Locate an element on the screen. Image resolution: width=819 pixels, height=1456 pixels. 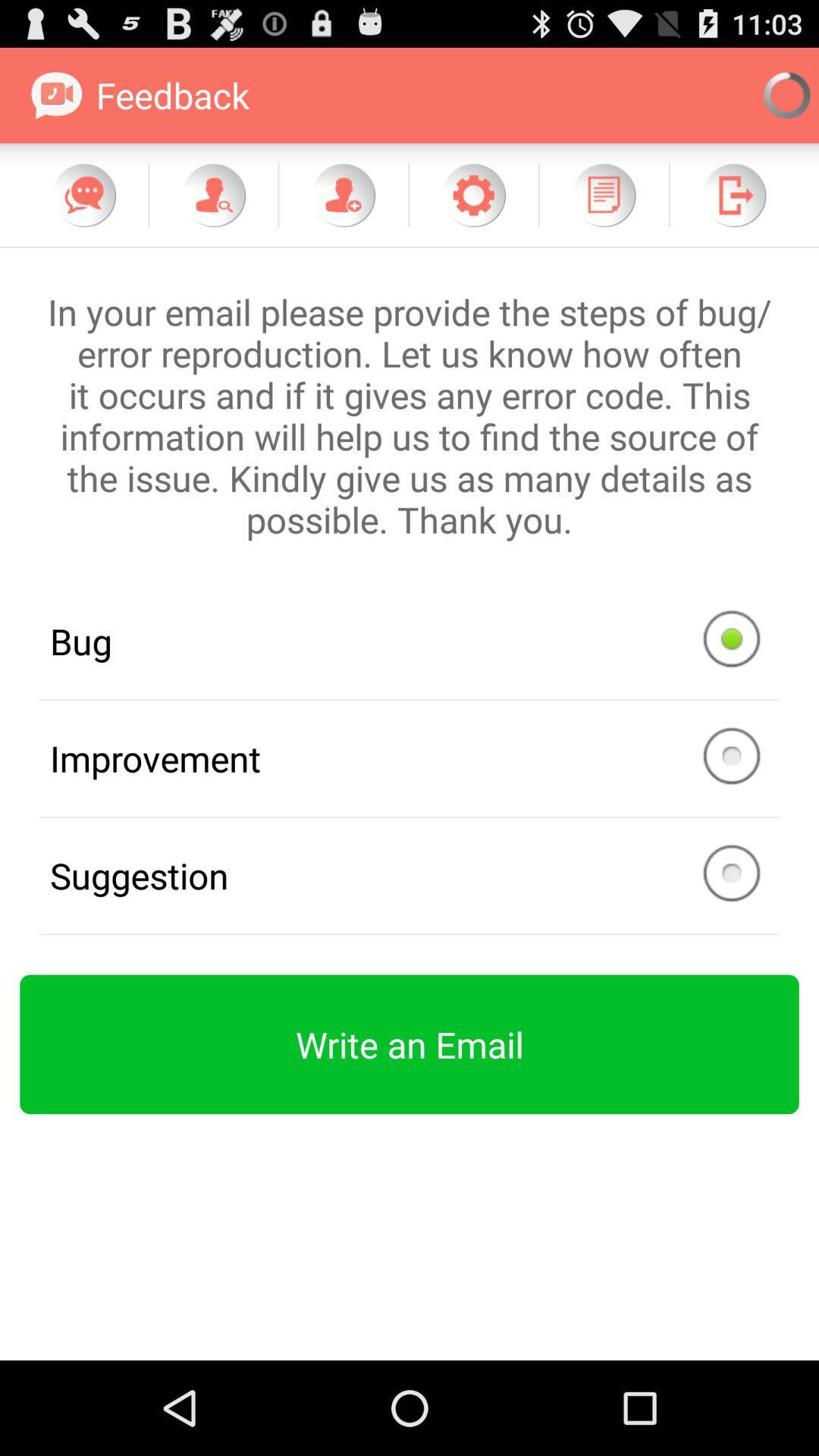
search for a person is located at coordinates (213, 194).